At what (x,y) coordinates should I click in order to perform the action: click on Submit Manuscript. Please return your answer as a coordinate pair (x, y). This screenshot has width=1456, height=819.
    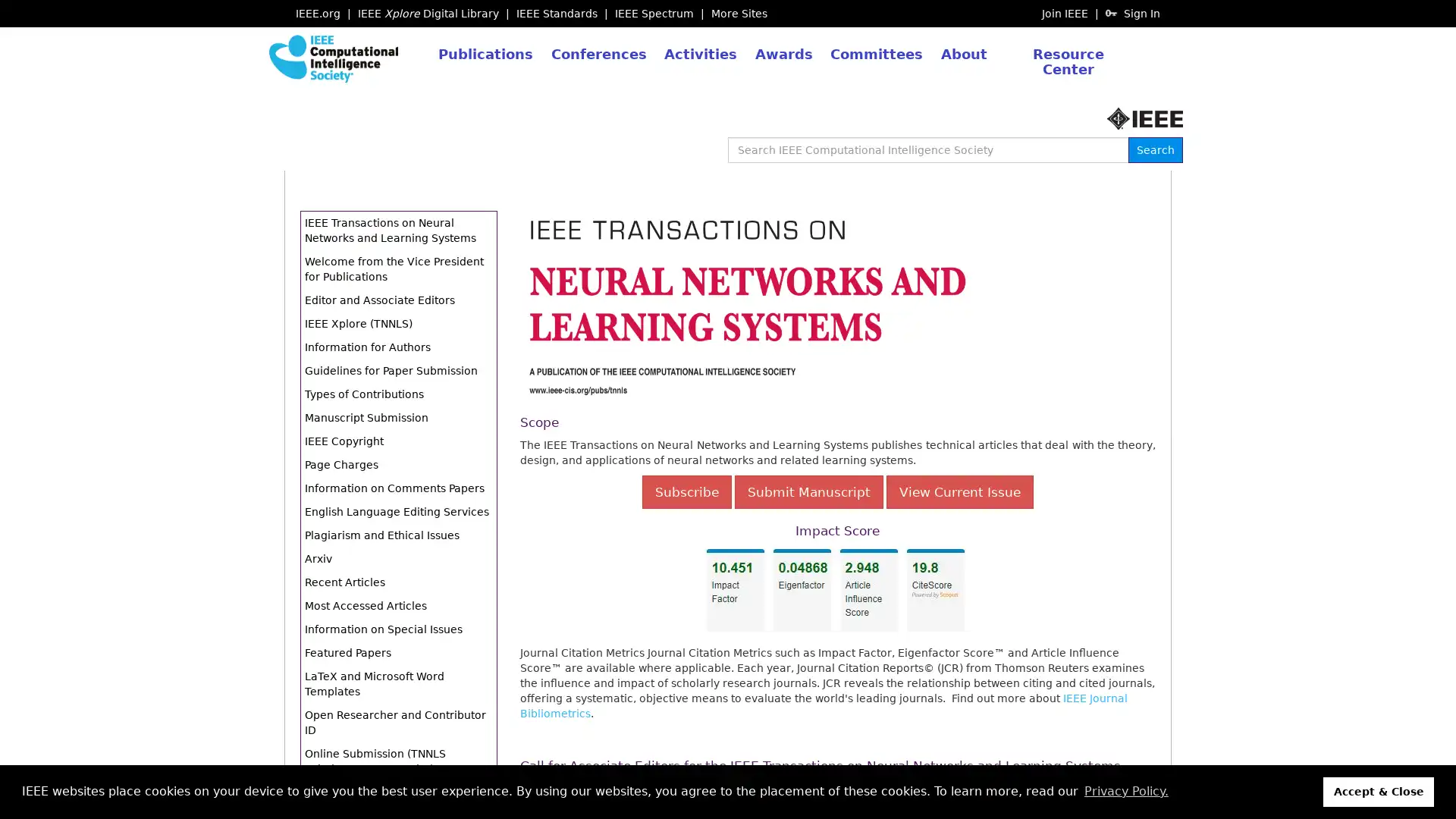
    Looking at the image, I should click on (807, 491).